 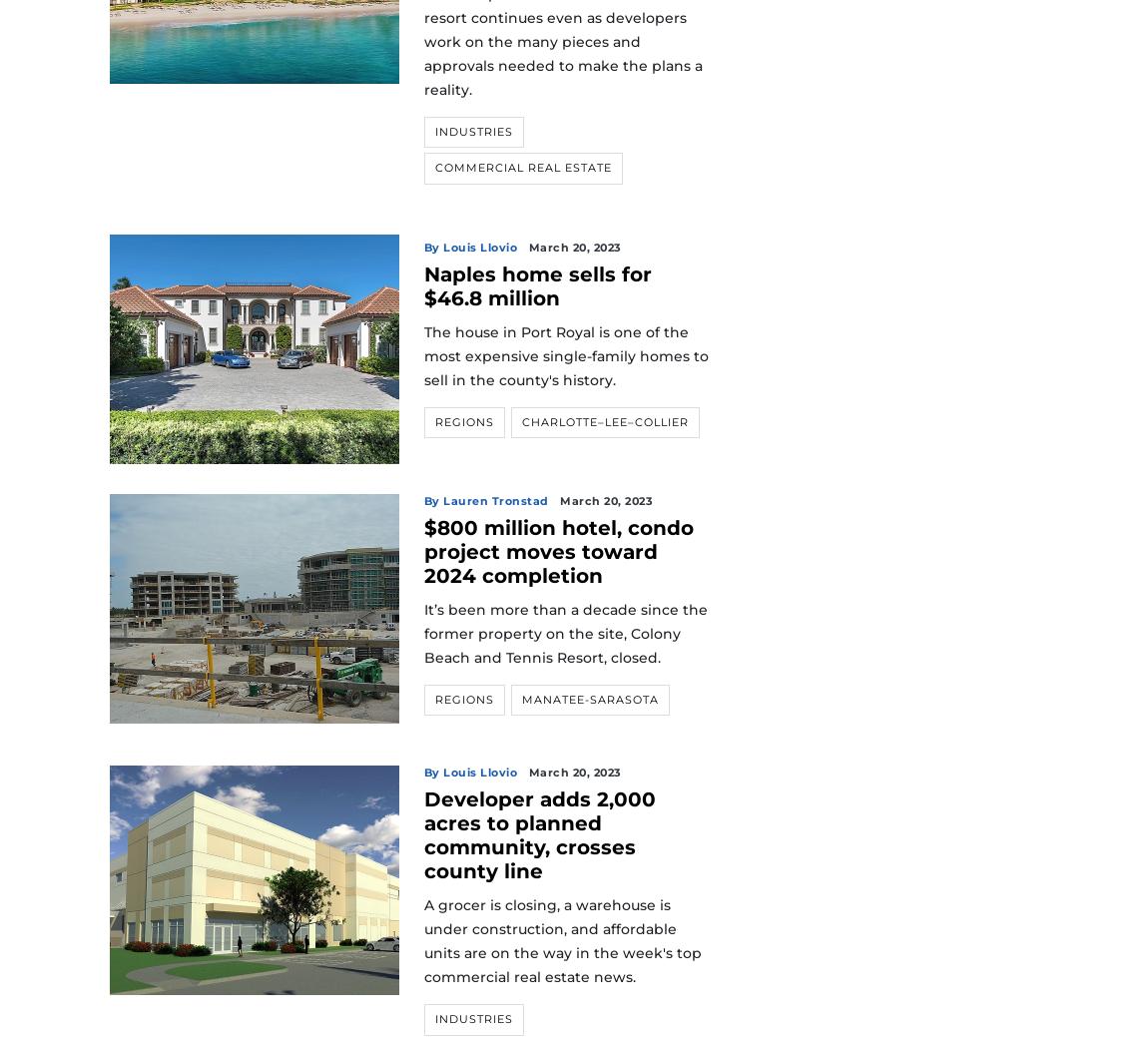 What do you see at coordinates (485, 499) in the screenshot?
I see `'By Lauren Tronstad'` at bounding box center [485, 499].